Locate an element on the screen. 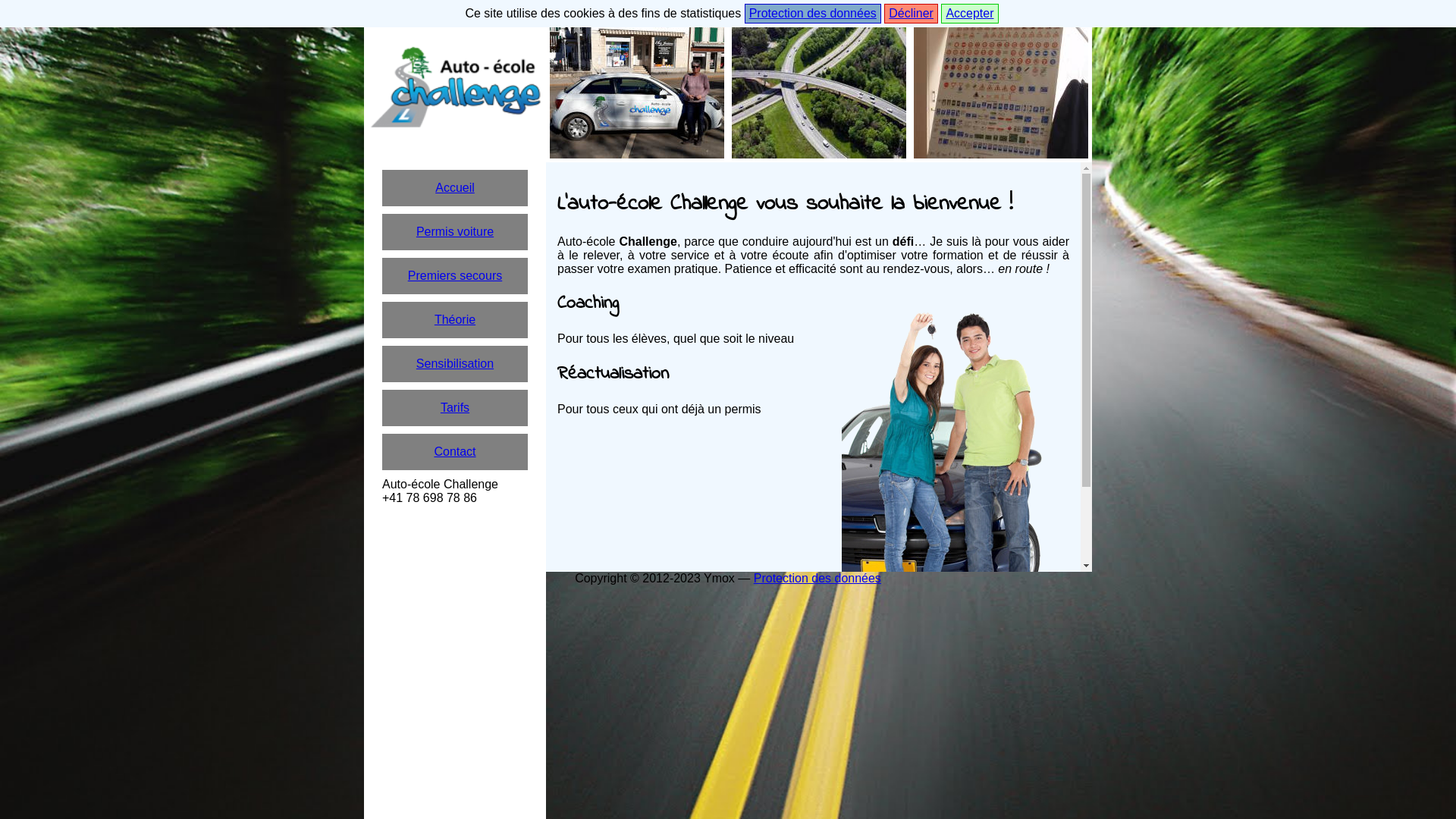  'Permis voiture' is located at coordinates (382, 231).